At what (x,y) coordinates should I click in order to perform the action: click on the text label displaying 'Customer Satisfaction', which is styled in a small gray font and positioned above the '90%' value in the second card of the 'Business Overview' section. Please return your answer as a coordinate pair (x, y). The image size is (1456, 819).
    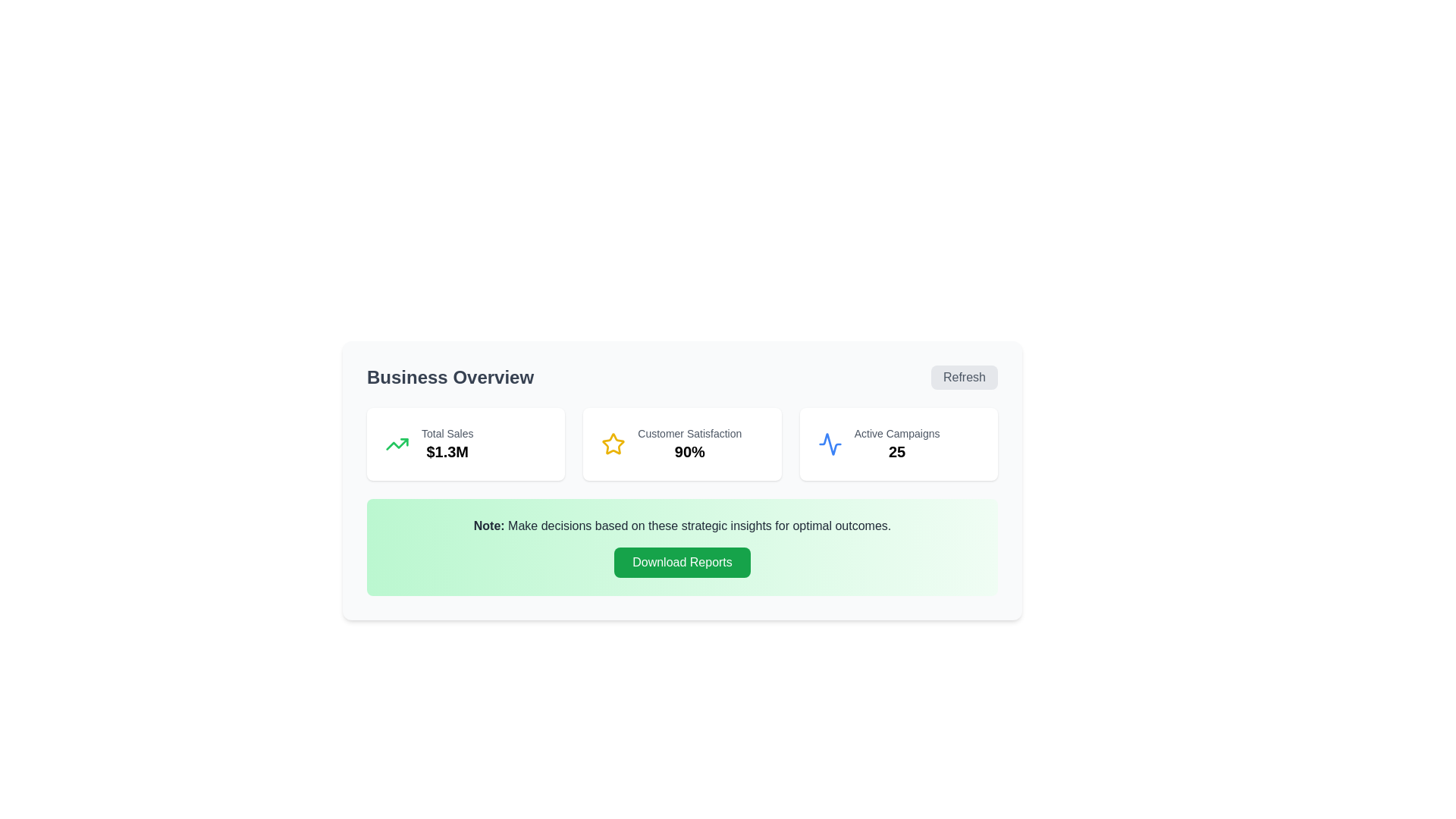
    Looking at the image, I should click on (689, 433).